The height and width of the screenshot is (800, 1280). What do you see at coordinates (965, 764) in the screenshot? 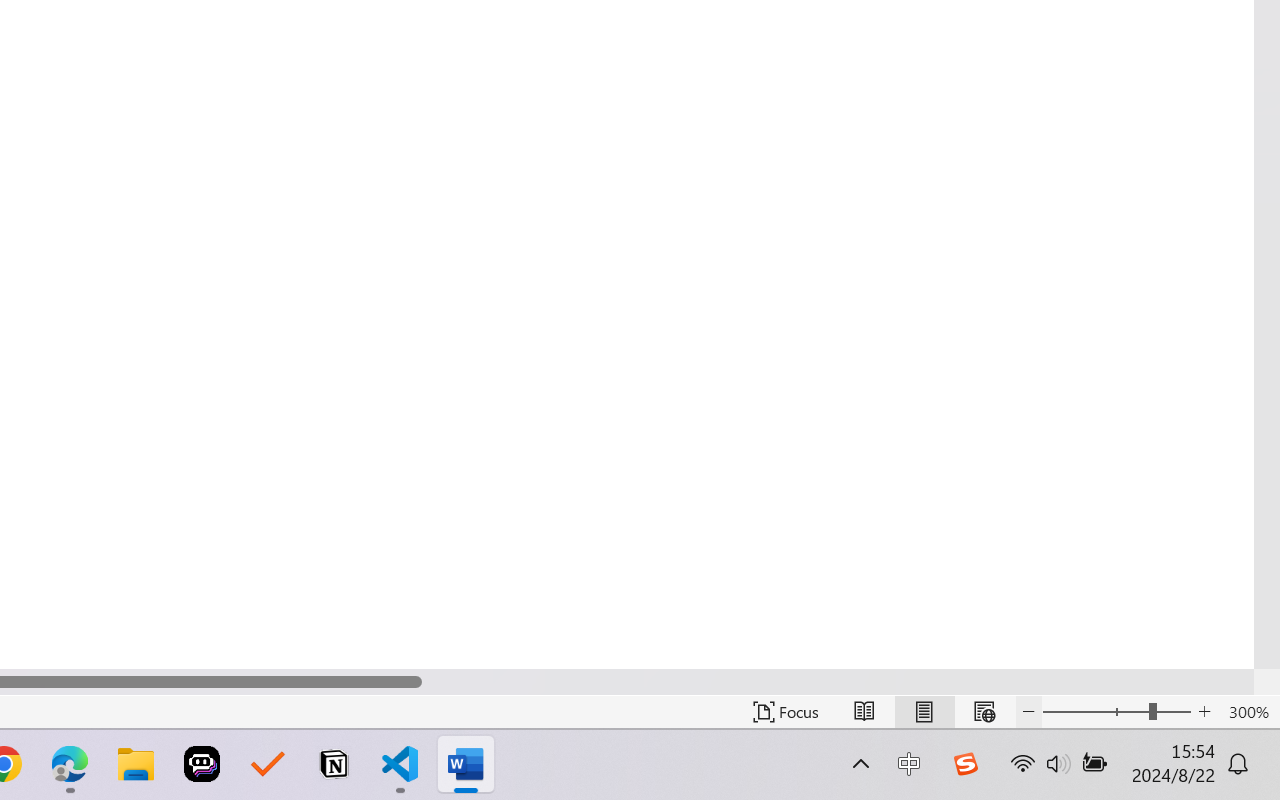
I see `'Class: Image'` at bounding box center [965, 764].